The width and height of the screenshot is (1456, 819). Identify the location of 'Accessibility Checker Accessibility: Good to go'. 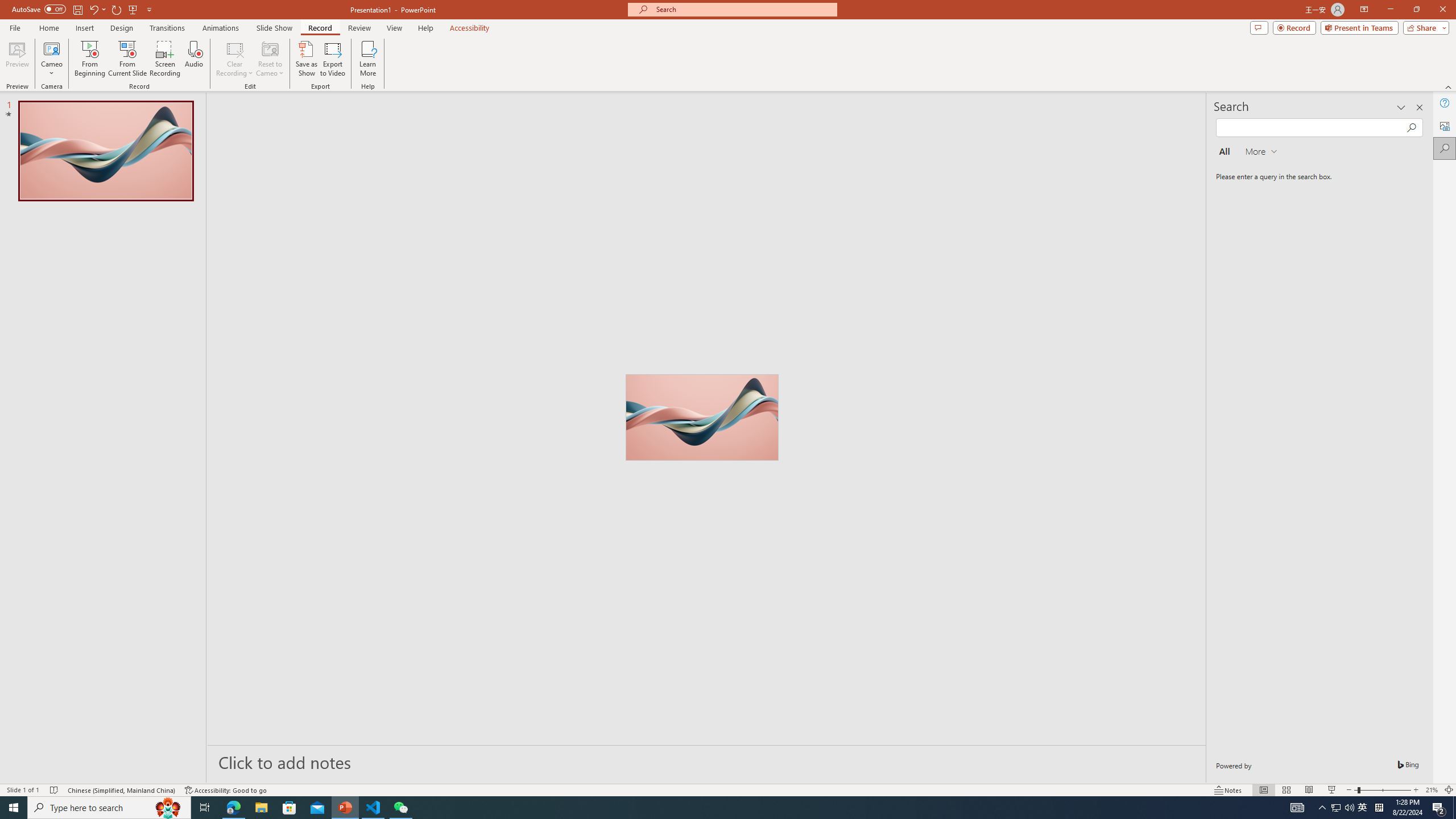
(226, 790).